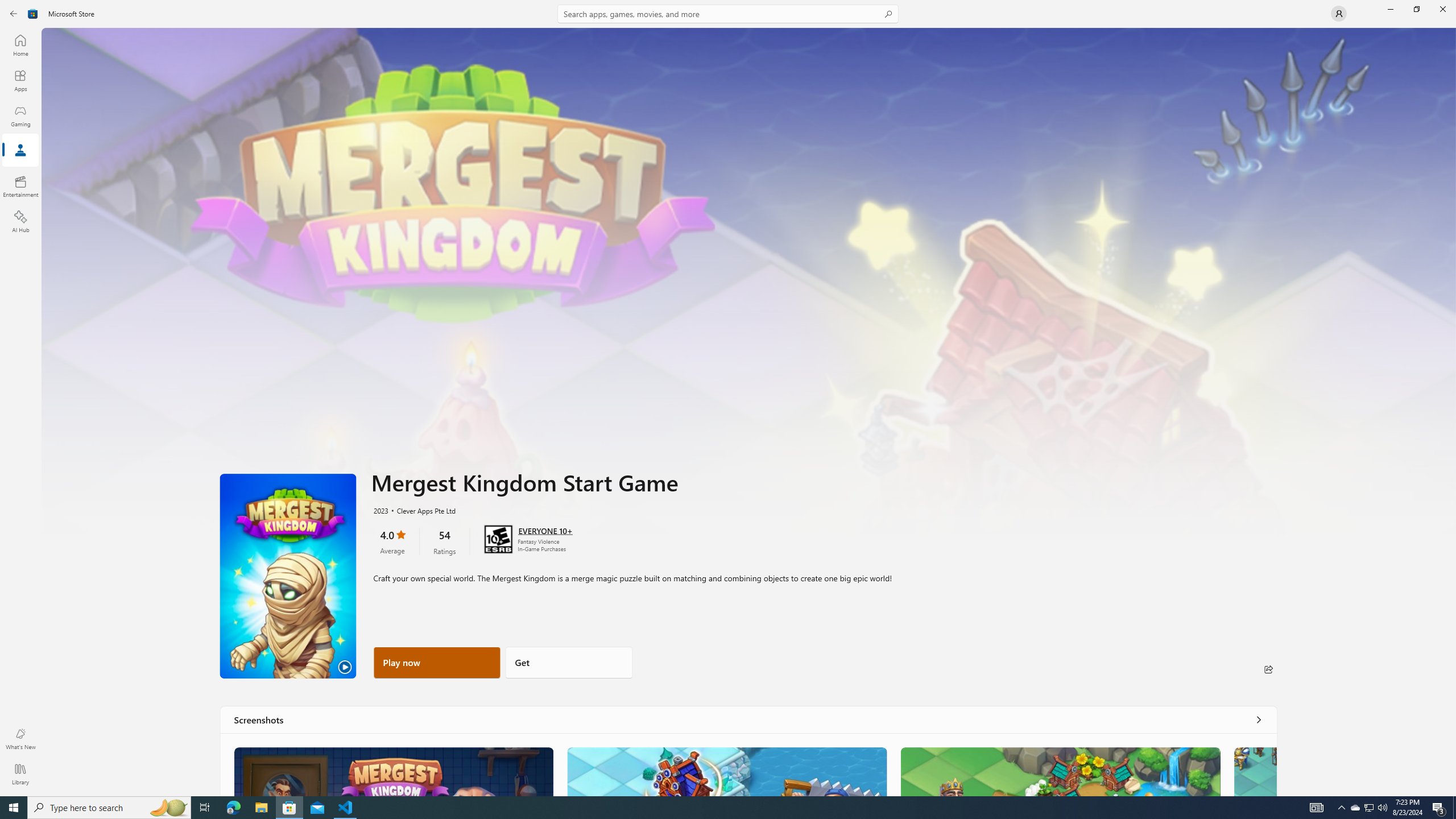  Describe the element at coordinates (1416, 9) in the screenshot. I see `'Restore Microsoft Store'` at that location.